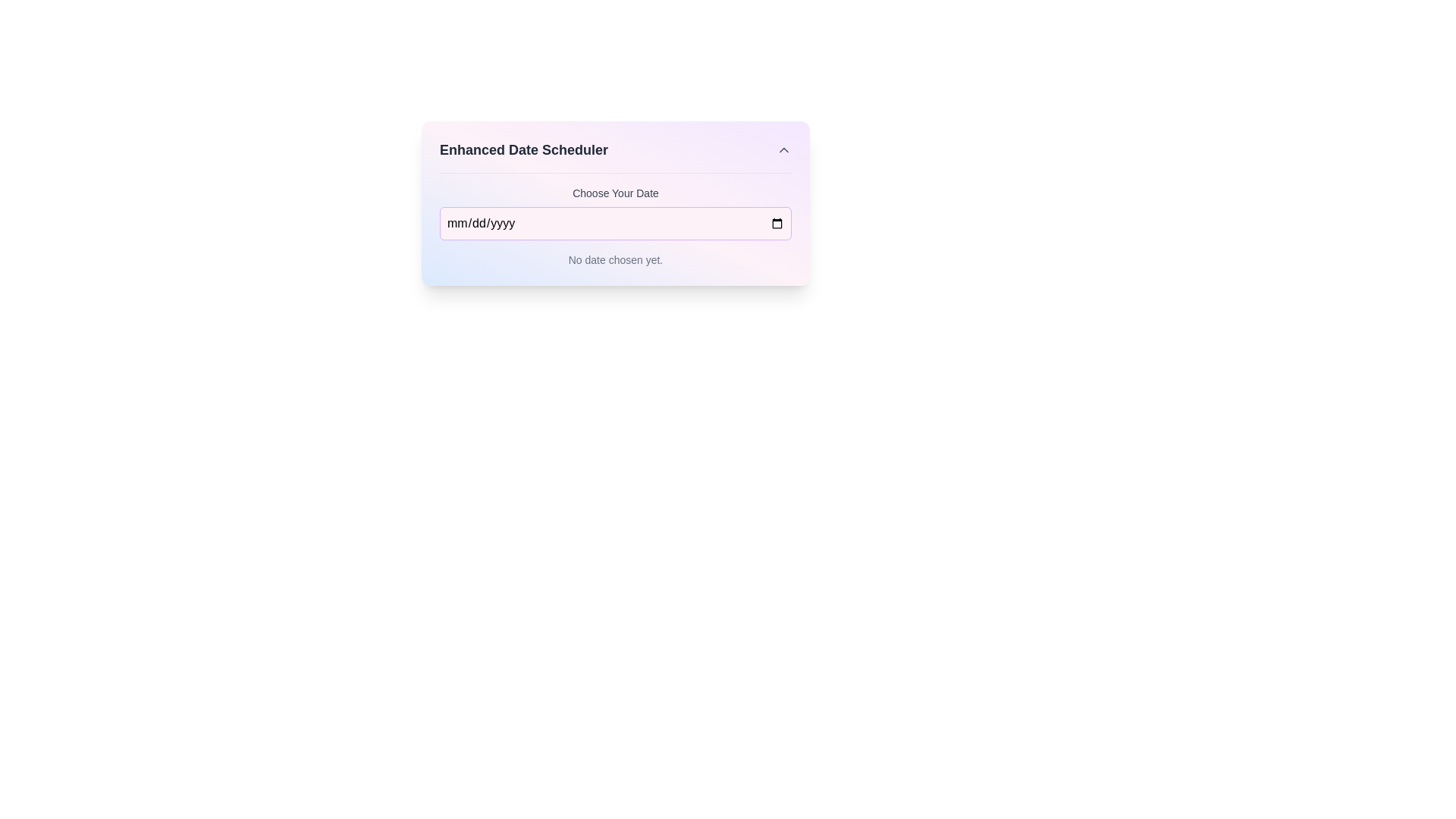 Image resolution: width=1456 pixels, height=819 pixels. Describe the element at coordinates (615, 192) in the screenshot. I see `the text label reading 'Choose Your Date' which is styled in gray and positioned above the date input field in the 'Enhanced Date Scheduler' group` at that location.